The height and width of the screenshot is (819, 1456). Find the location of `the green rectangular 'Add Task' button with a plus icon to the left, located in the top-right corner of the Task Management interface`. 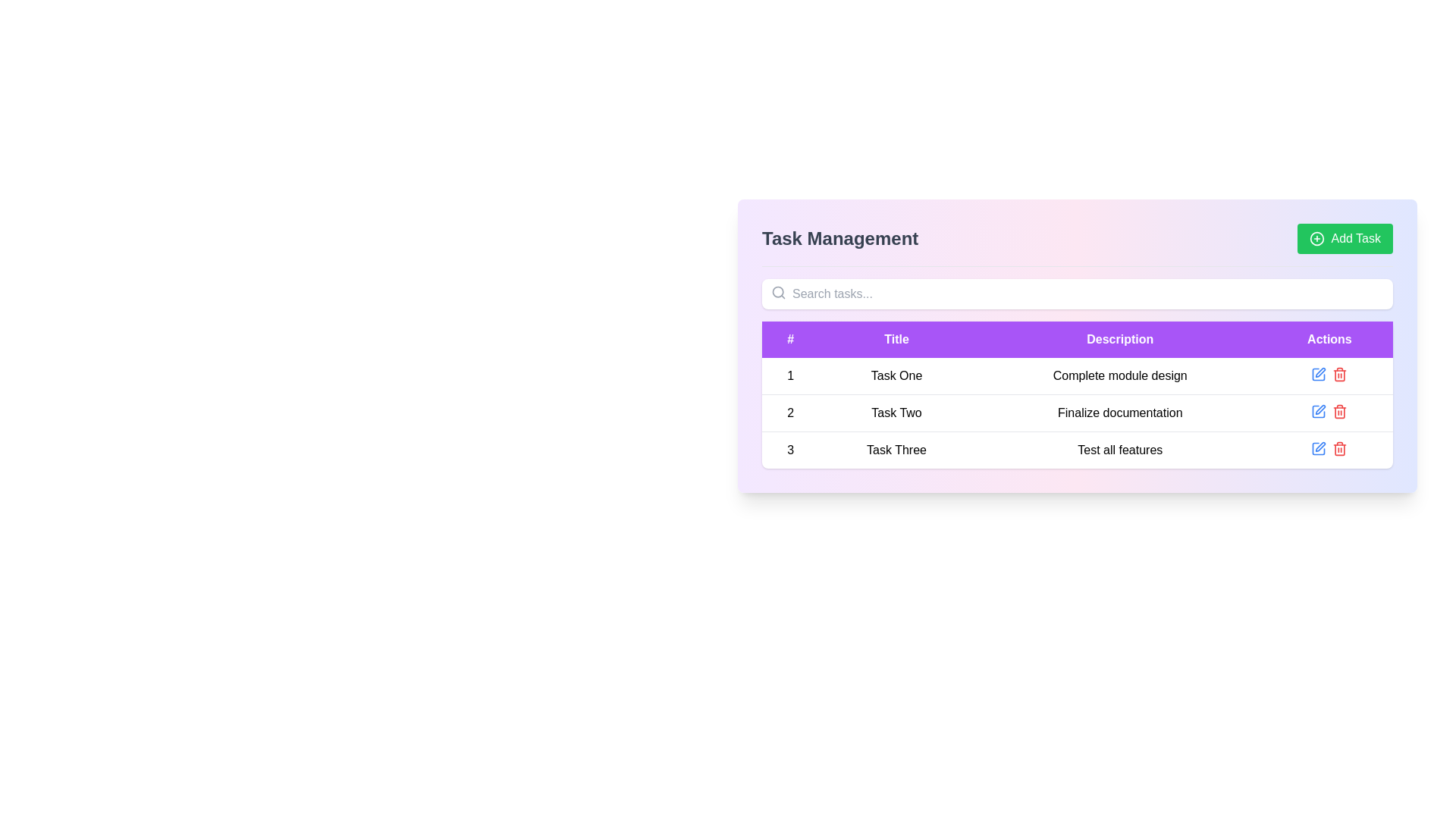

the green rectangular 'Add Task' button with a plus icon to the left, located in the top-right corner of the Task Management interface is located at coordinates (1345, 239).